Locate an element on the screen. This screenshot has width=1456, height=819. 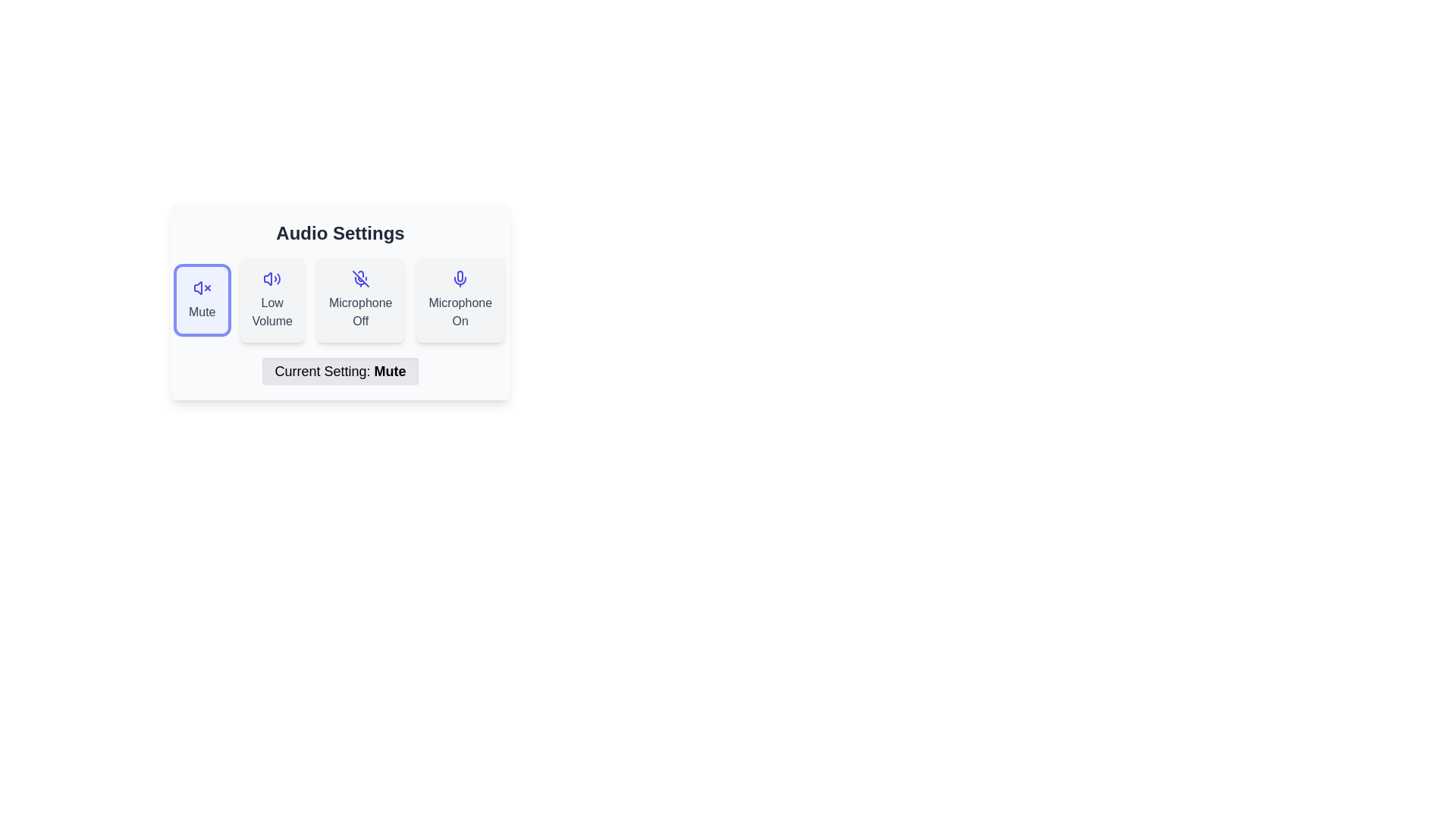
text label that displays 'Microphone Off', which indicates the microphone is currently disabled is located at coordinates (359, 312).